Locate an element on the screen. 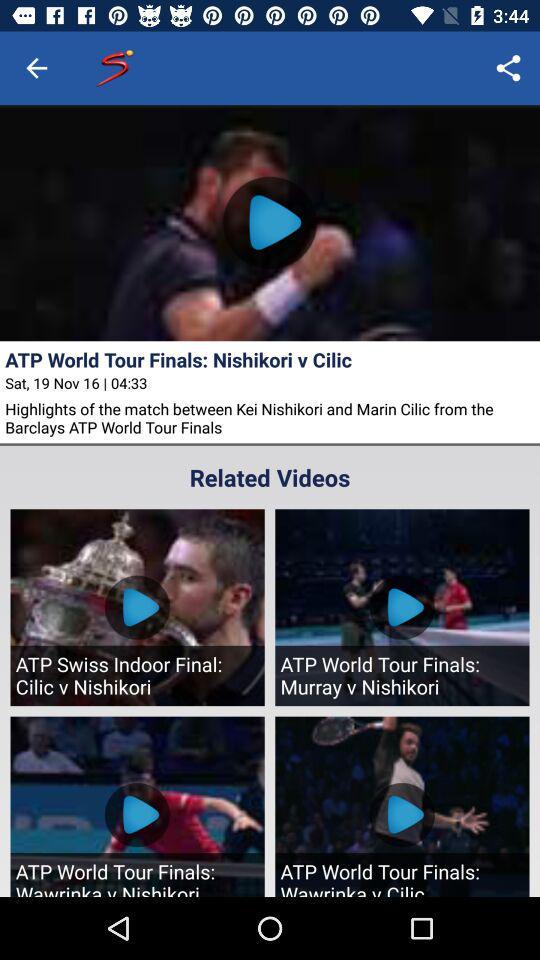 The width and height of the screenshot is (540, 960). icon to play the videos is located at coordinates (270, 223).